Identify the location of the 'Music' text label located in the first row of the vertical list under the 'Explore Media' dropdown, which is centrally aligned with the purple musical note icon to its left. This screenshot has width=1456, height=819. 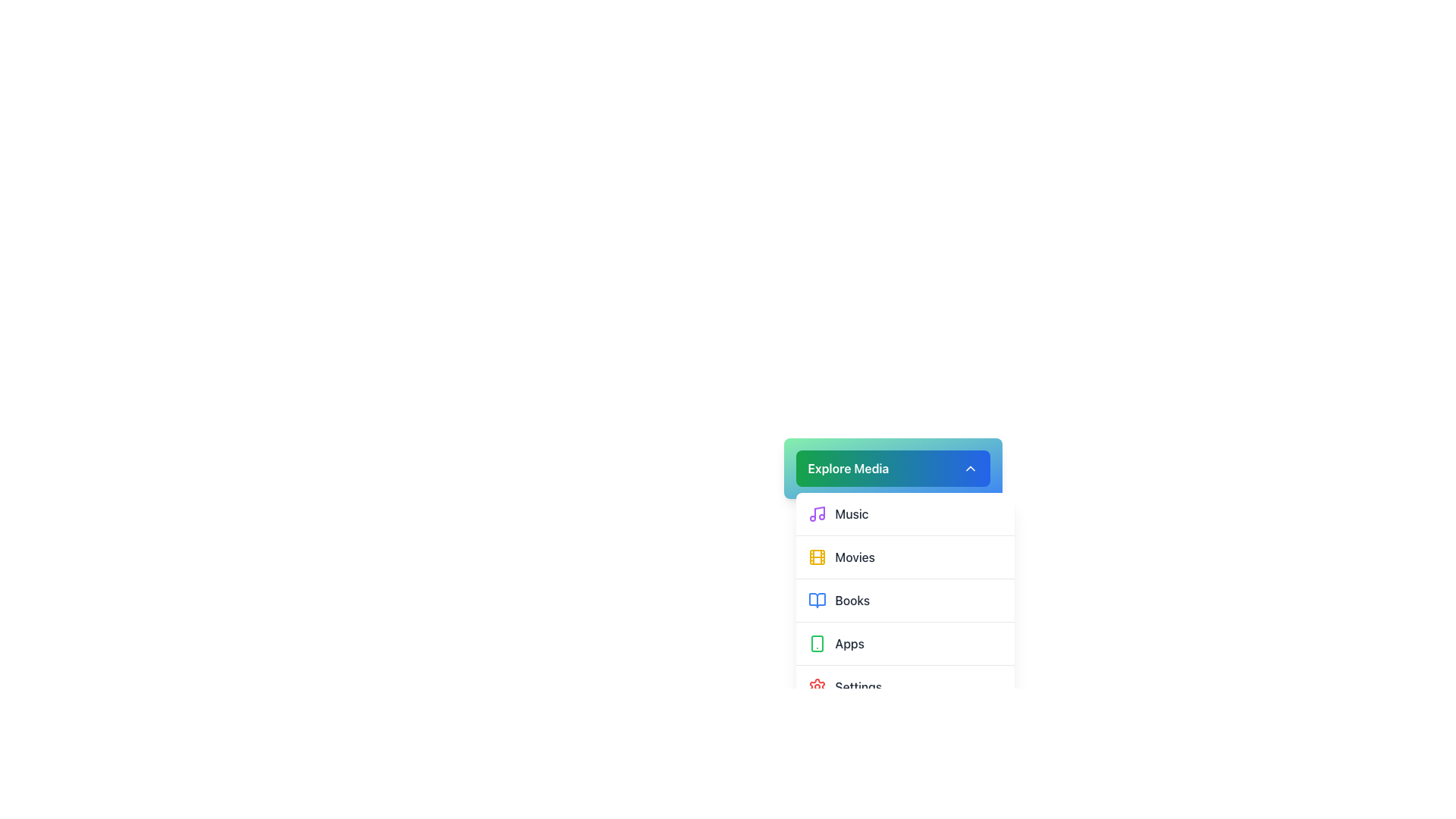
(852, 513).